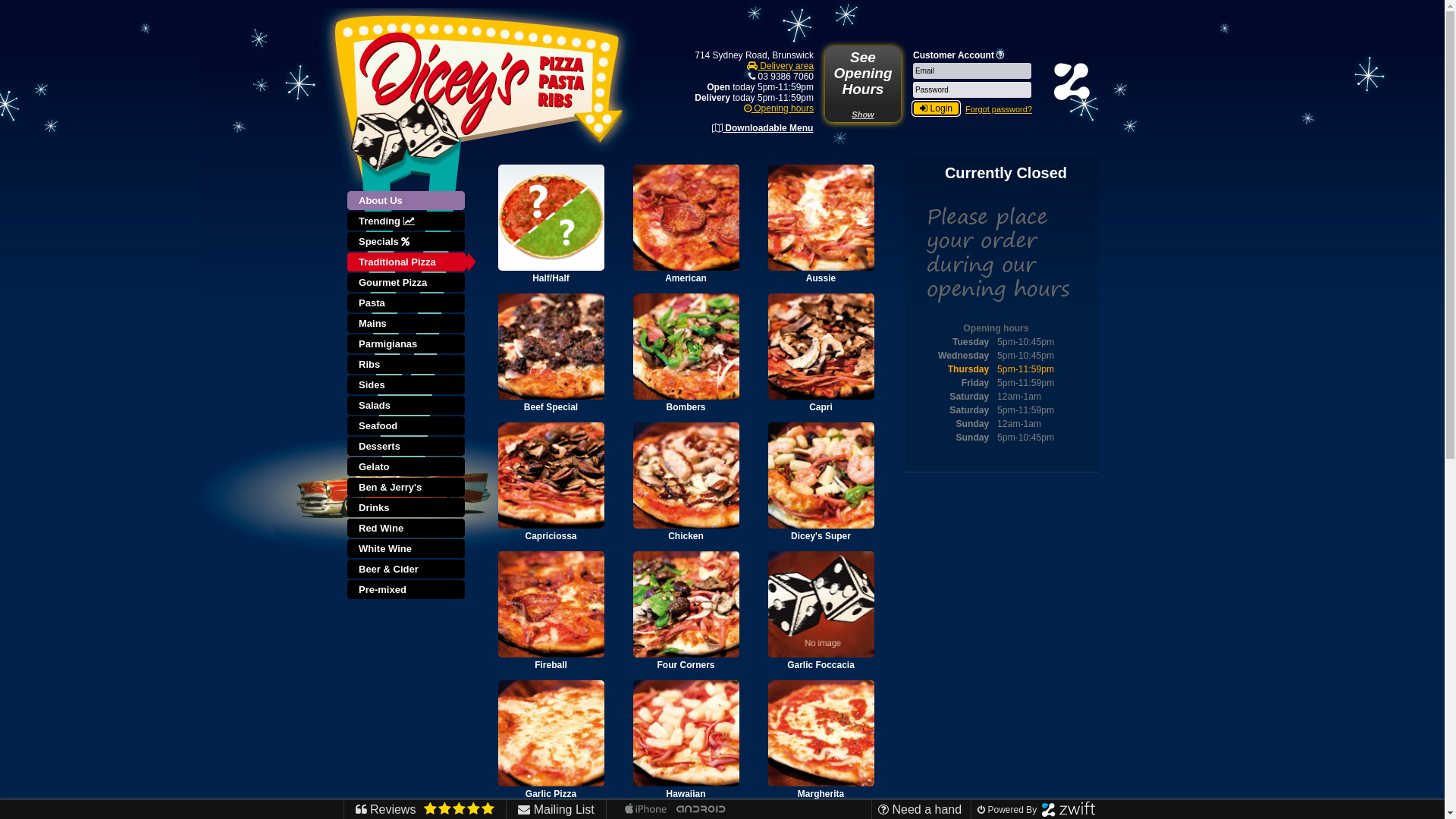 The image size is (1456, 819). I want to click on 'Downloadable Menu', so click(762, 127).